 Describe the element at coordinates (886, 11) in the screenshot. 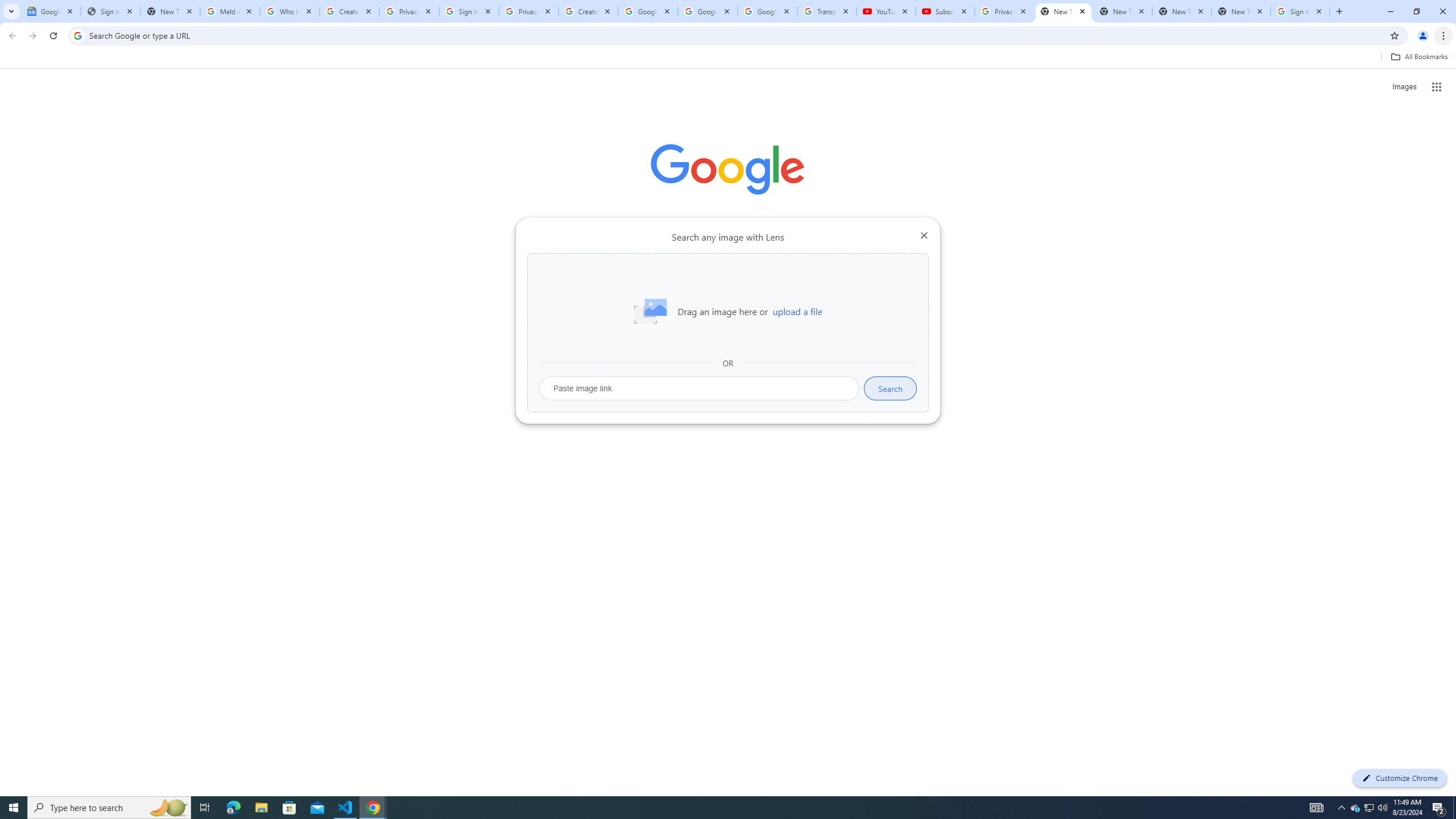

I see `'YouTube'` at that location.